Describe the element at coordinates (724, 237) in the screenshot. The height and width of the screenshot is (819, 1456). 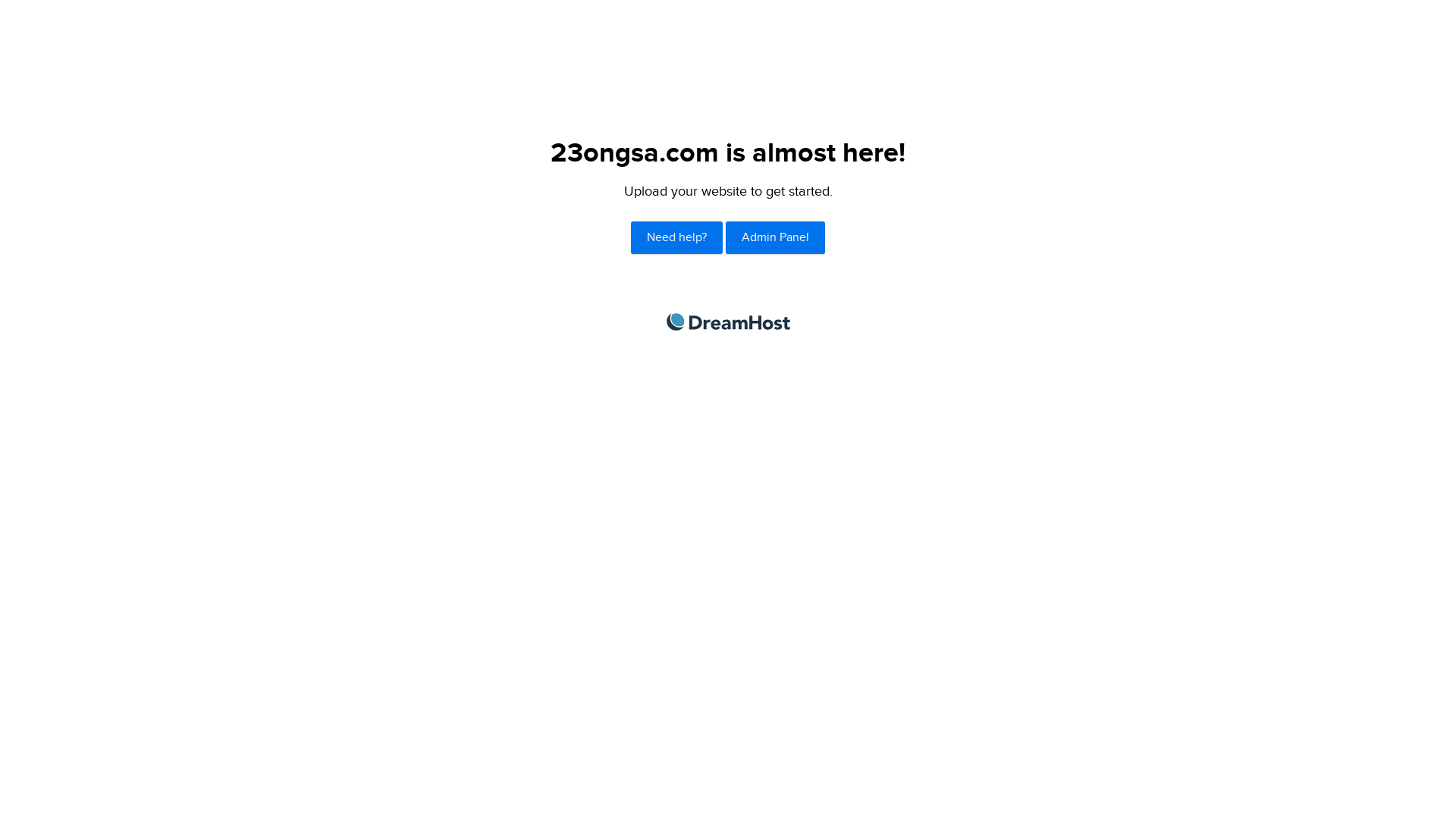
I see `'Admin Panel'` at that location.